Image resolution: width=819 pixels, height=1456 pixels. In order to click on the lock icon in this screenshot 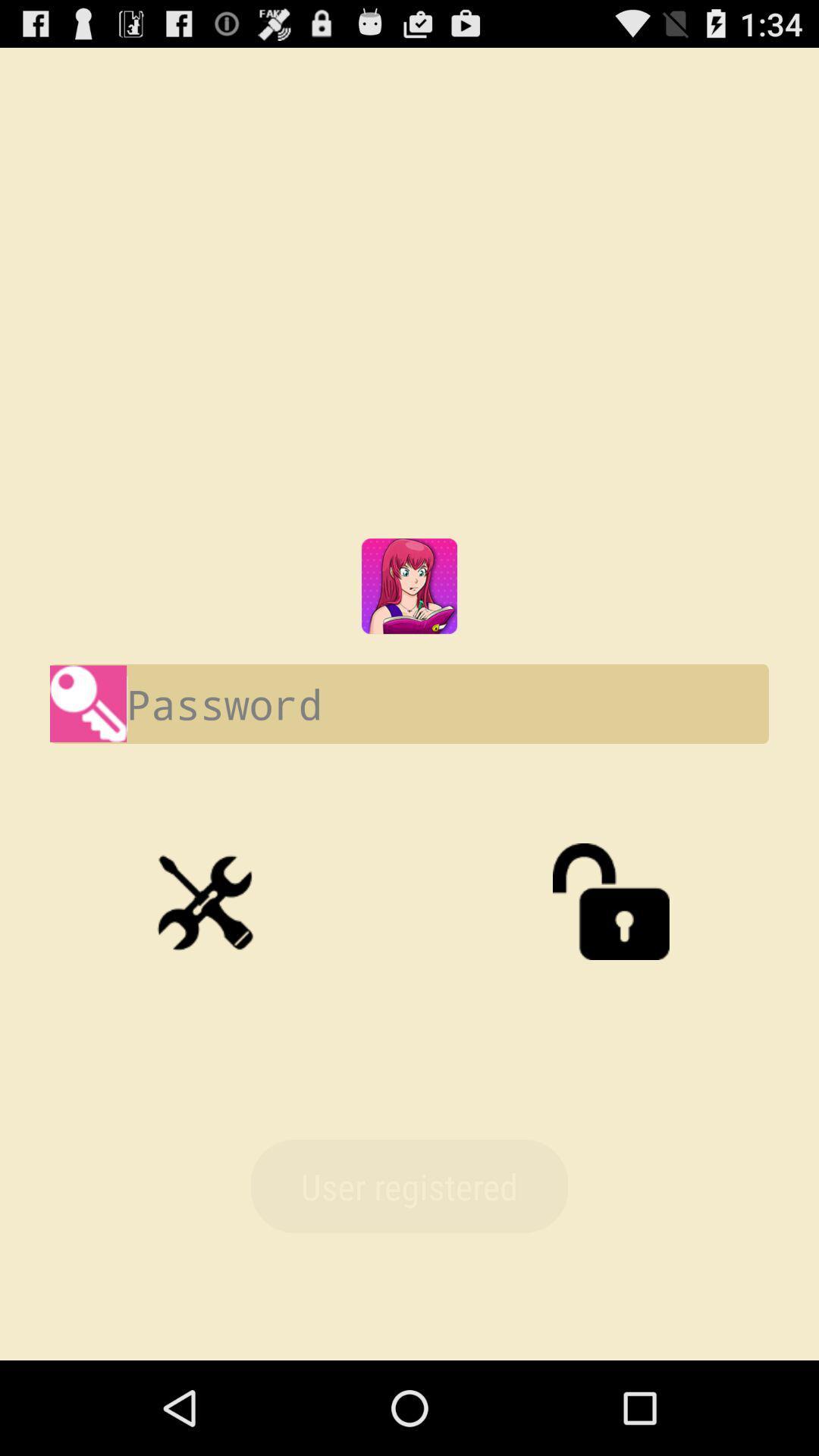, I will do `click(610, 964)`.